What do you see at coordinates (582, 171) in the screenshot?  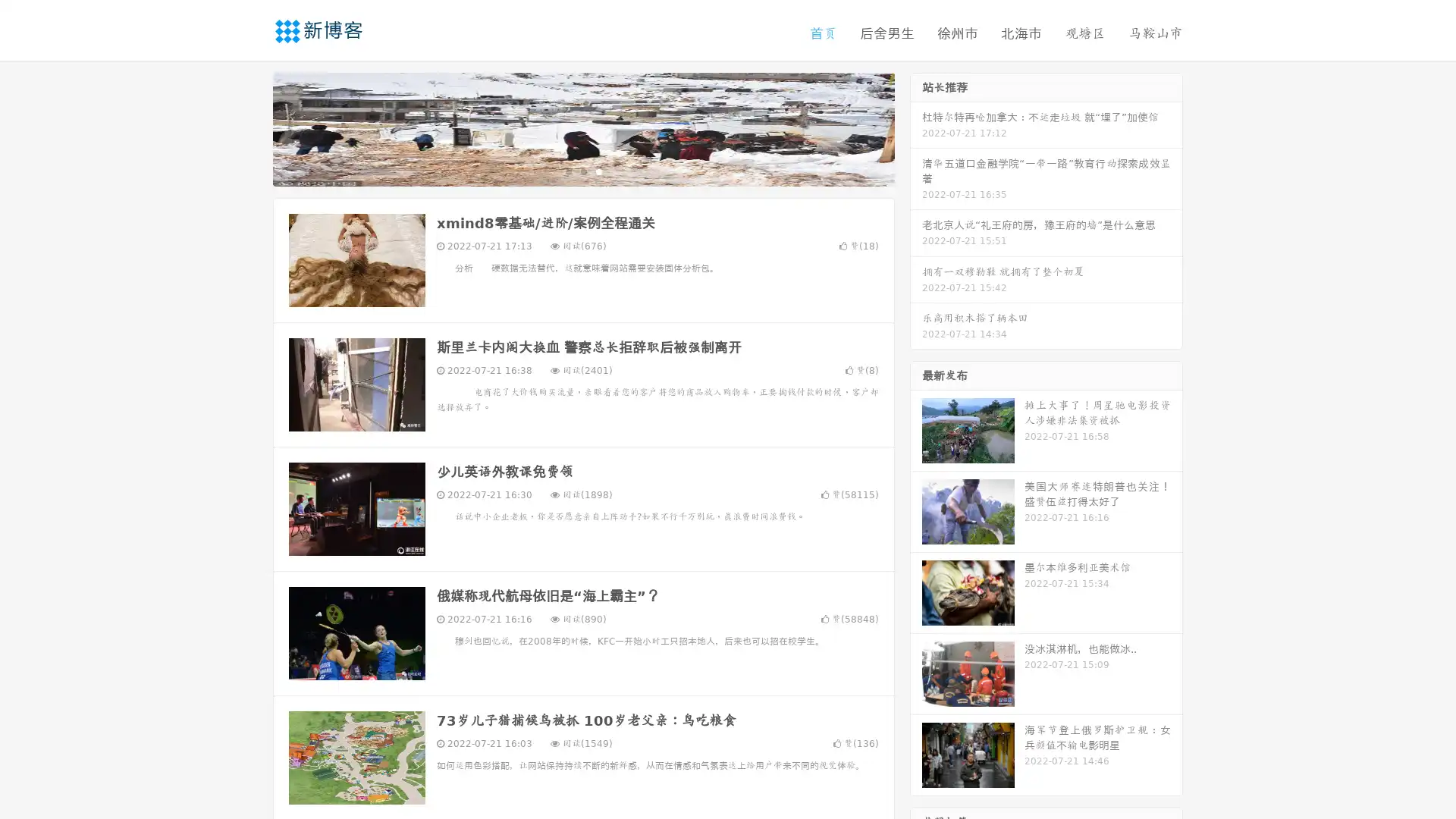 I see `Go to slide 2` at bounding box center [582, 171].